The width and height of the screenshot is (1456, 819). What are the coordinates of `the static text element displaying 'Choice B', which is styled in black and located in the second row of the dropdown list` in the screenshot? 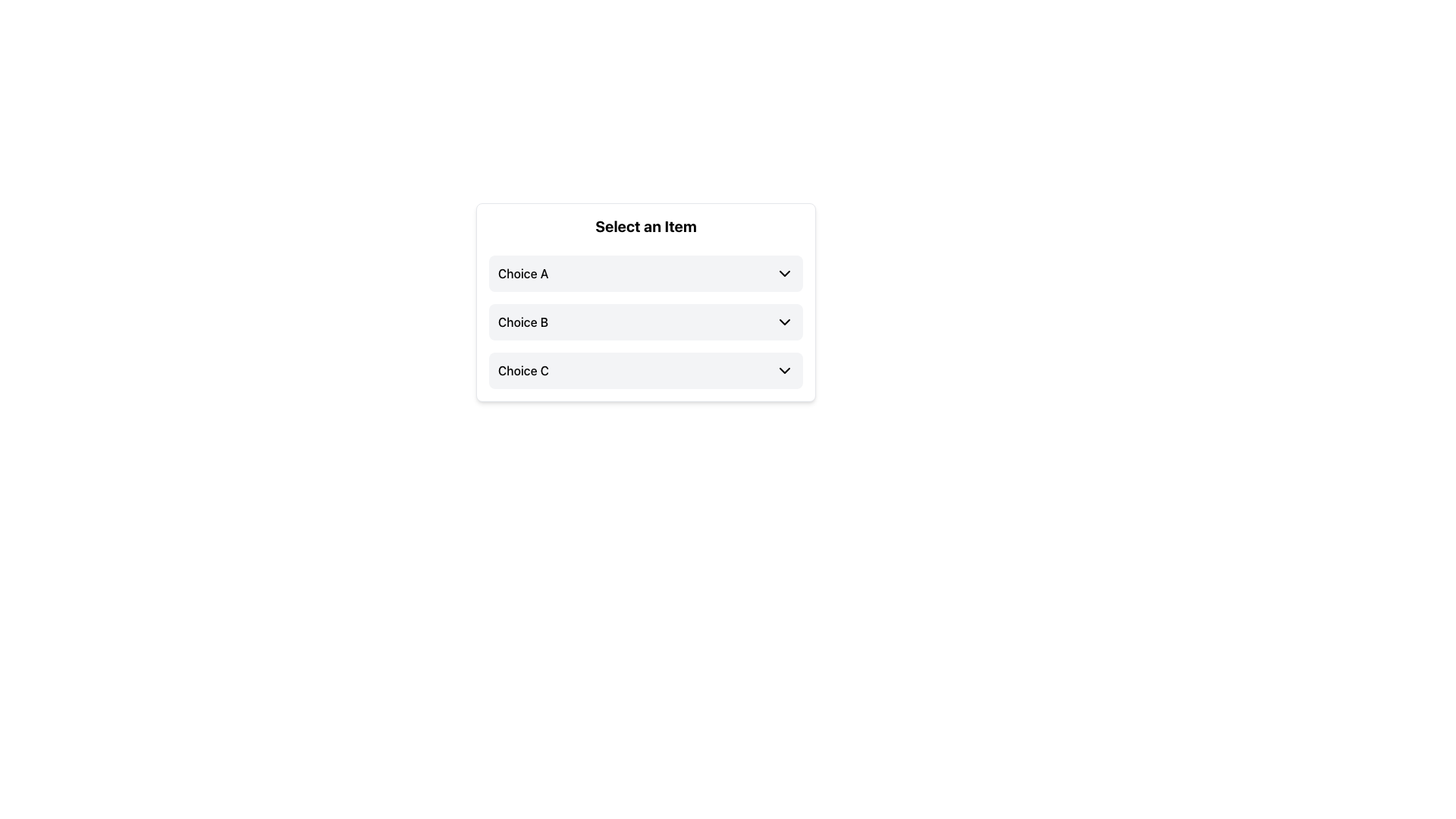 It's located at (523, 321).